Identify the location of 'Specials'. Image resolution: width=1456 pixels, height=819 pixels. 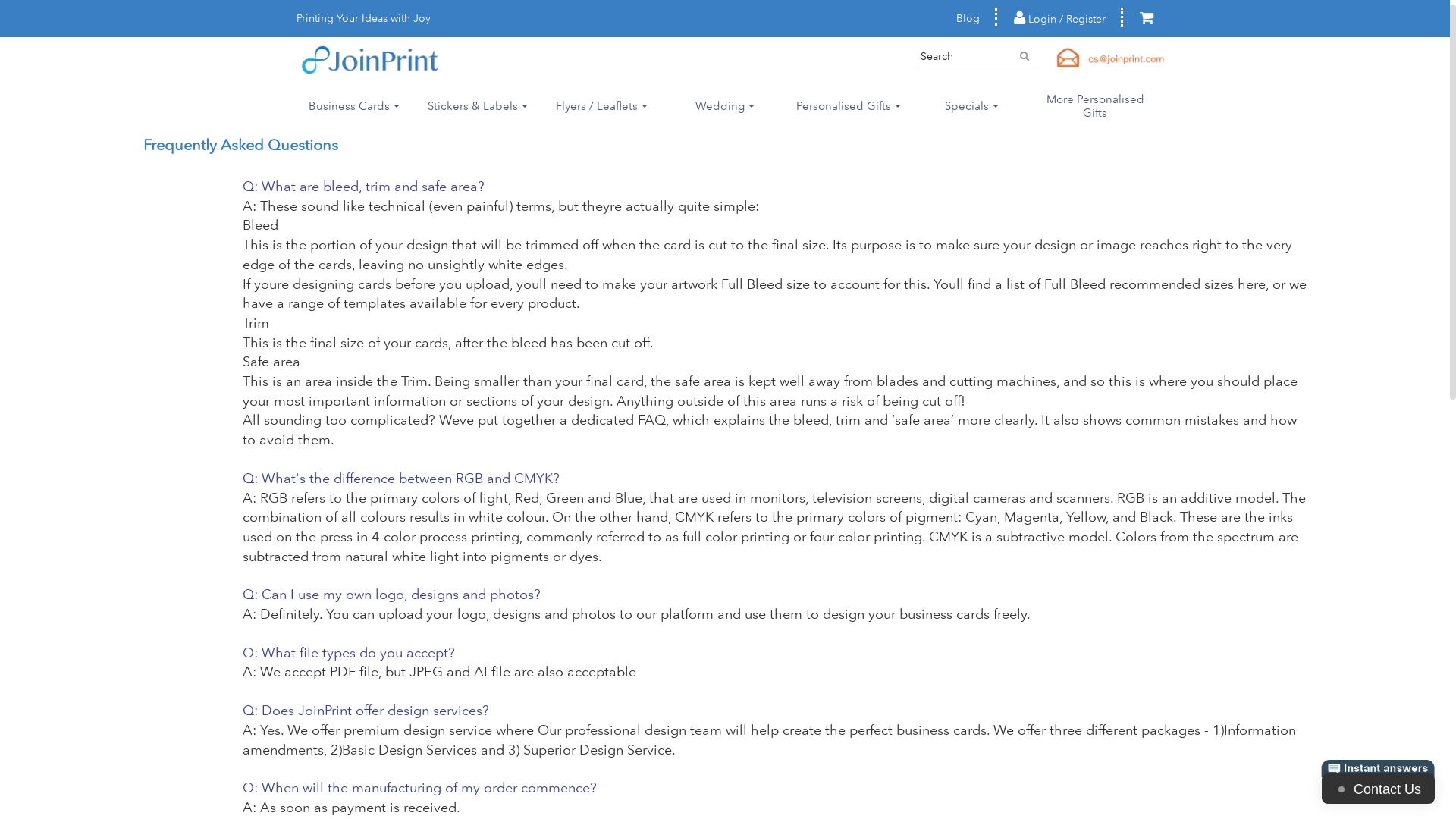
(971, 105).